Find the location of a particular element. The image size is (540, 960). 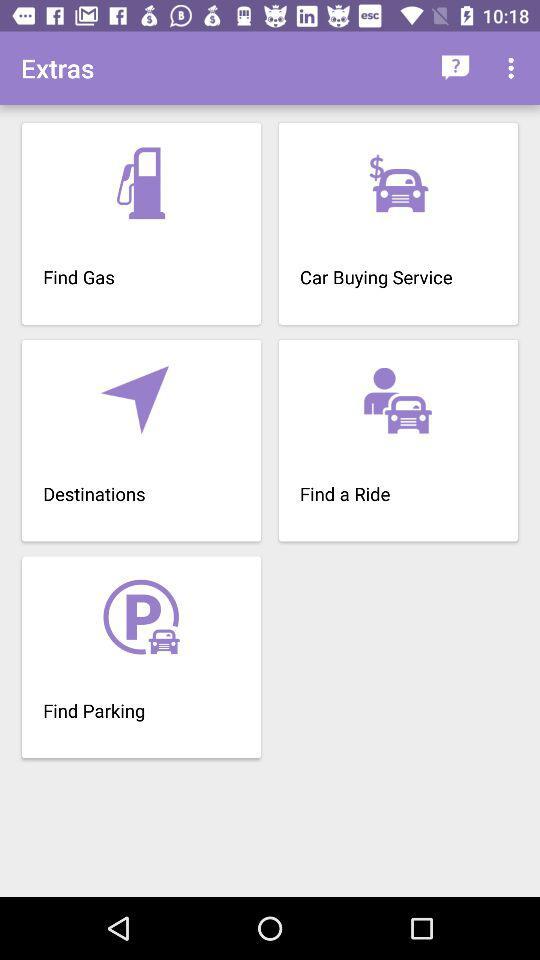

the icon above car buying service icon is located at coordinates (513, 68).